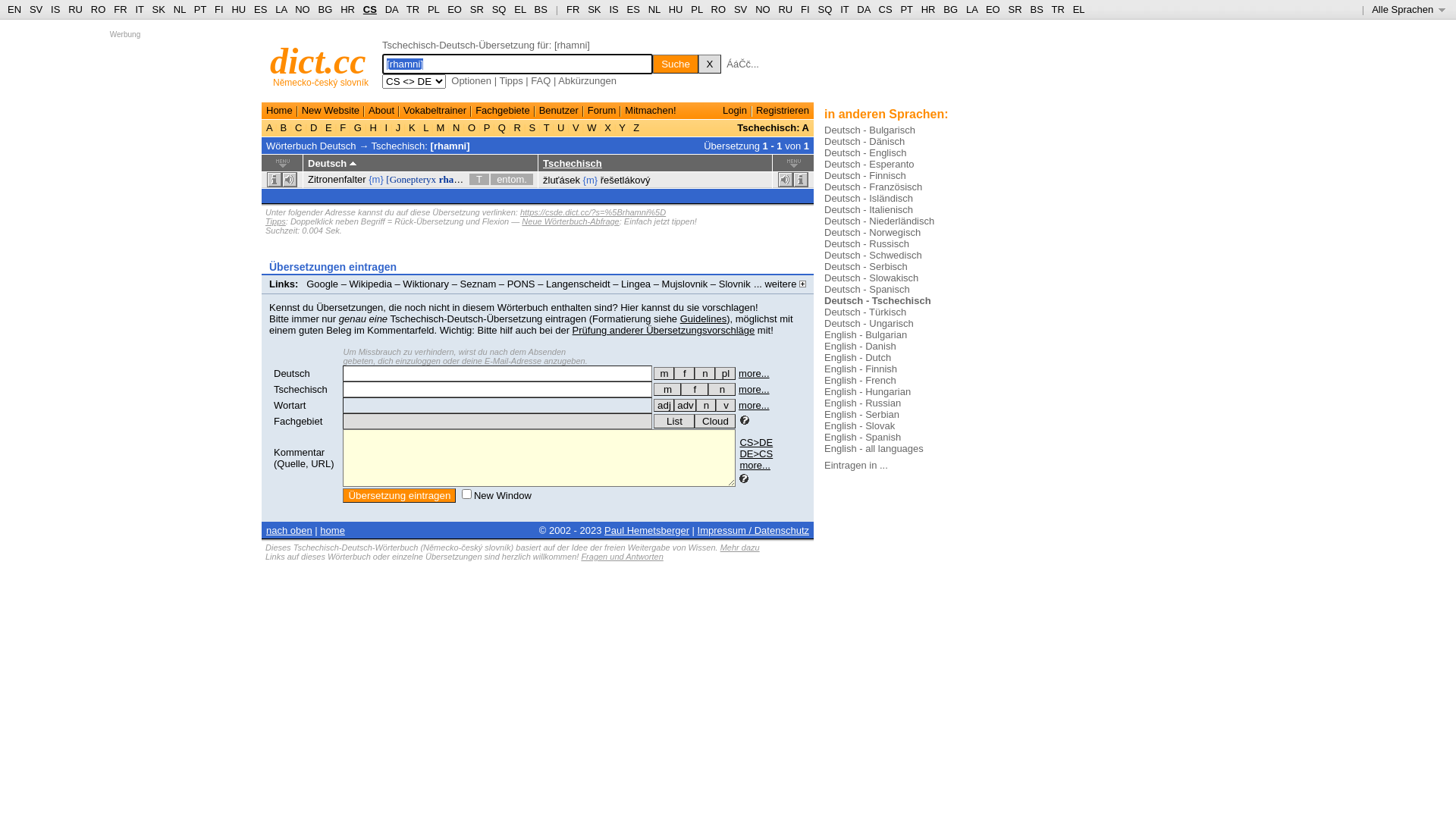 The image size is (1456, 819). I want to click on 'Deutsch - Russisch', so click(866, 243).